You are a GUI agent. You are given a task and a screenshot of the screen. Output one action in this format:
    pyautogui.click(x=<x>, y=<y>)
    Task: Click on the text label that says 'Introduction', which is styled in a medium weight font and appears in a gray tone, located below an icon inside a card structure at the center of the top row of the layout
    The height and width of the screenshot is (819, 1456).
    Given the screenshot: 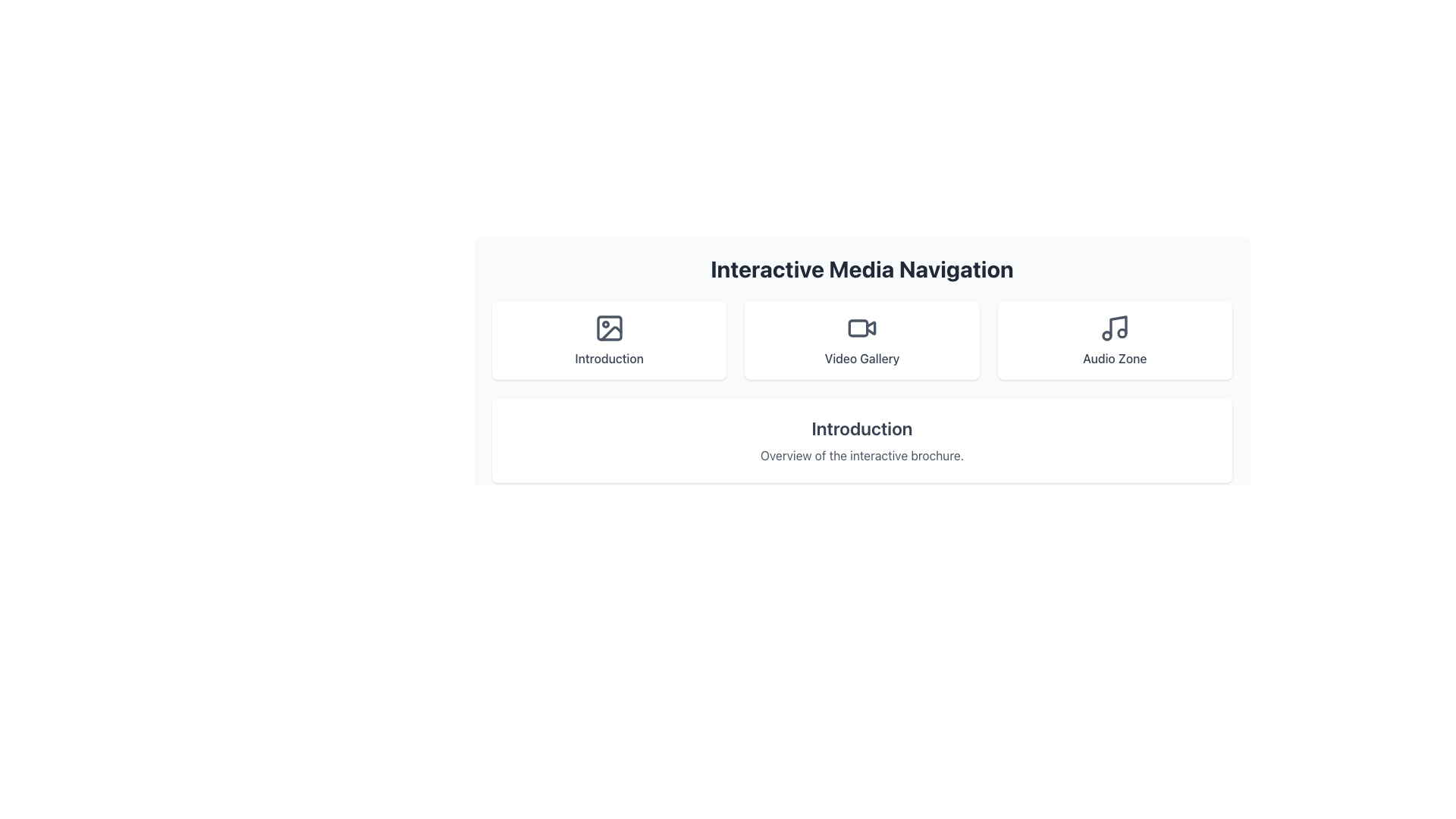 What is the action you would take?
    pyautogui.click(x=609, y=359)
    